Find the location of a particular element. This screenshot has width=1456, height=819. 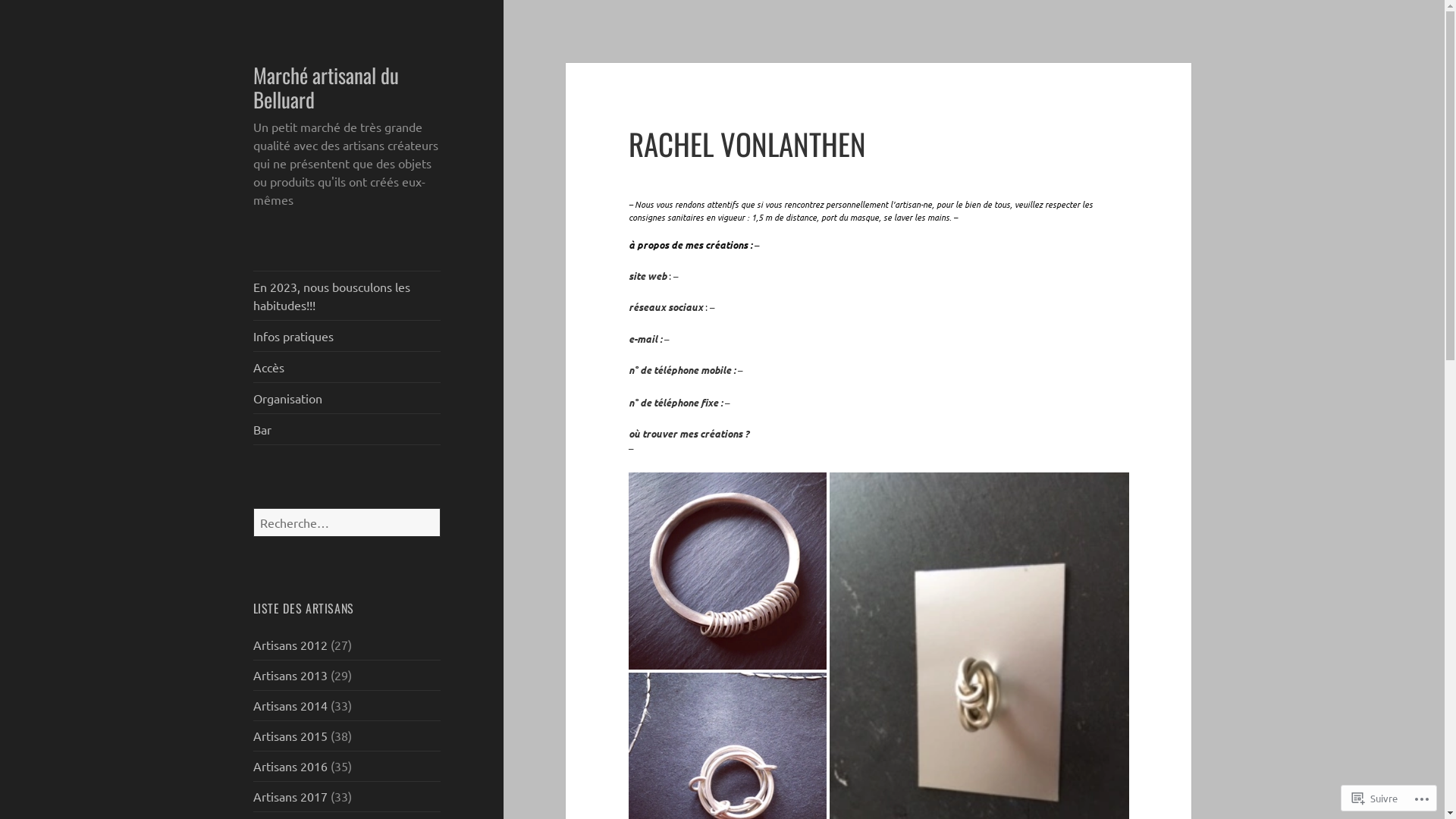

'En 2023, nous bousculons les habitudes!!!' is located at coordinates (346, 295).